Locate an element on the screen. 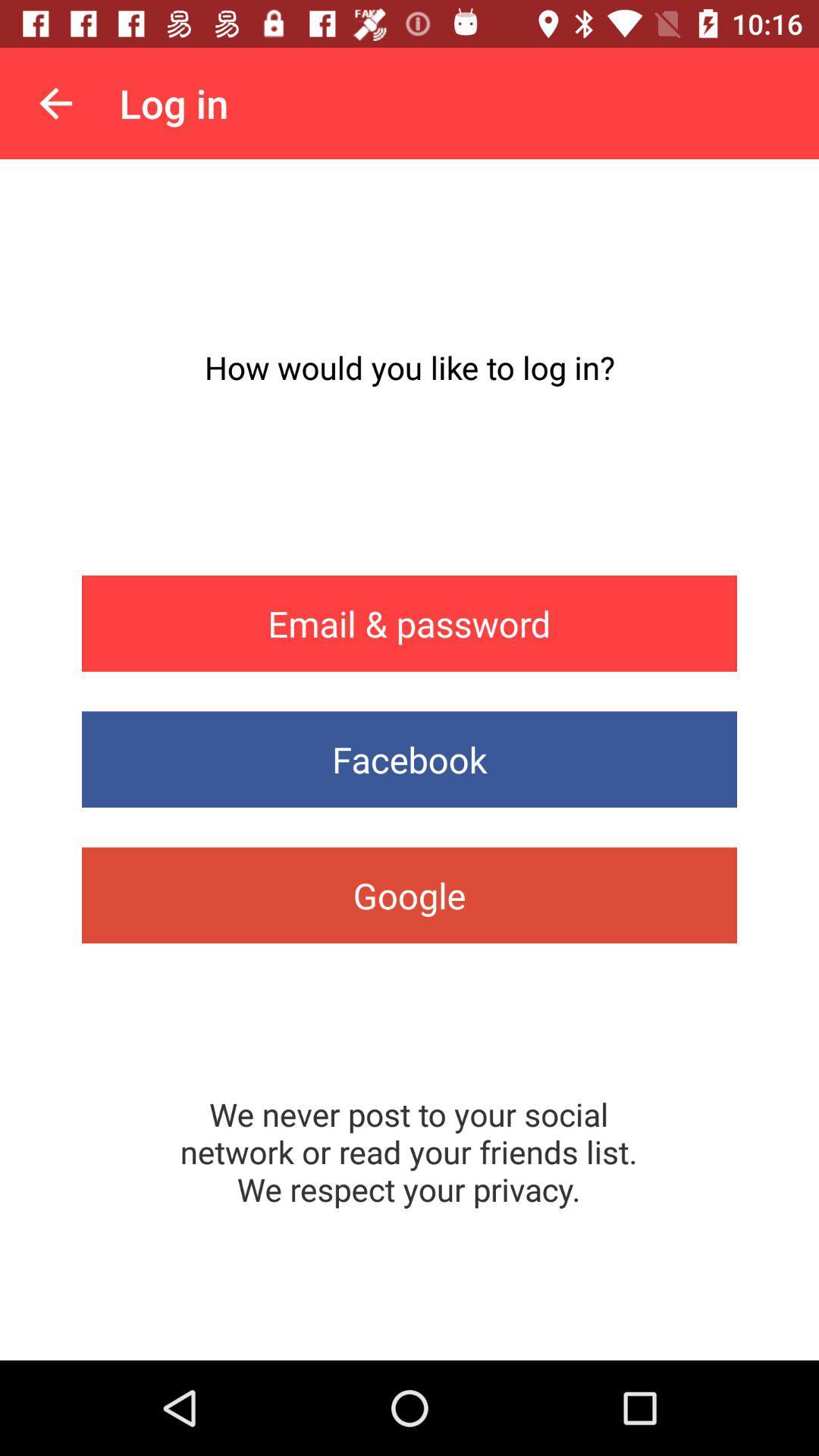 This screenshot has width=819, height=1456. icon to the left of the log in item is located at coordinates (55, 102).